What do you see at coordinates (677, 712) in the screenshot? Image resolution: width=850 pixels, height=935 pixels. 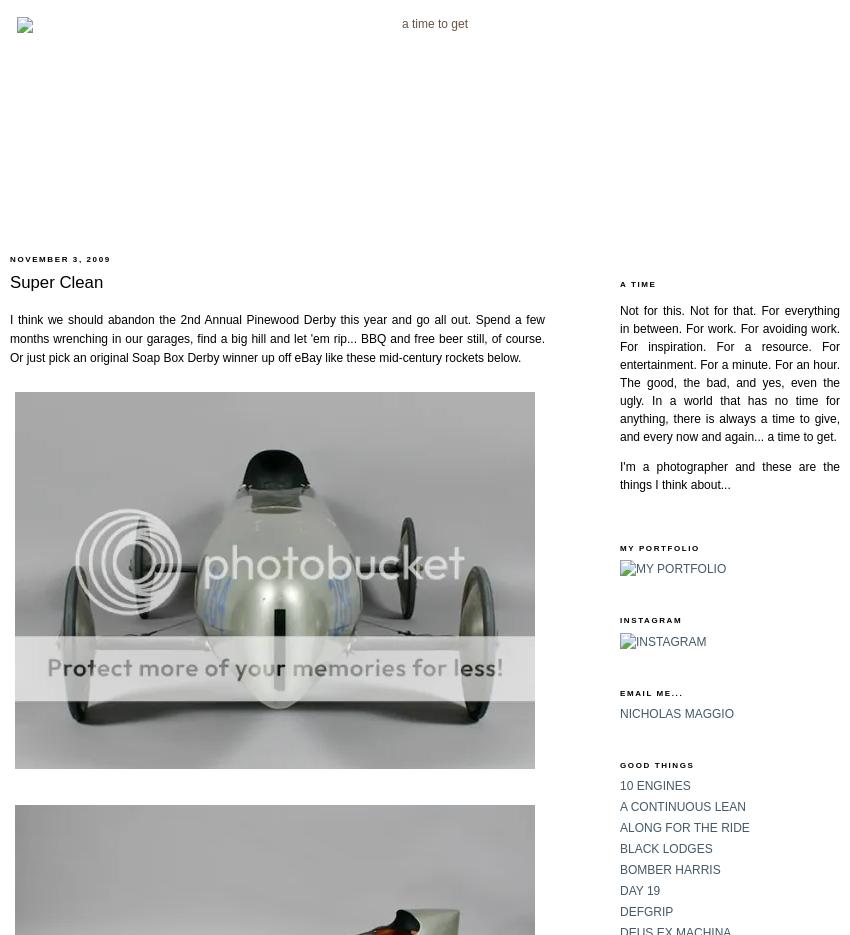 I see `'NICHOLAS MAGGIO'` at bounding box center [677, 712].